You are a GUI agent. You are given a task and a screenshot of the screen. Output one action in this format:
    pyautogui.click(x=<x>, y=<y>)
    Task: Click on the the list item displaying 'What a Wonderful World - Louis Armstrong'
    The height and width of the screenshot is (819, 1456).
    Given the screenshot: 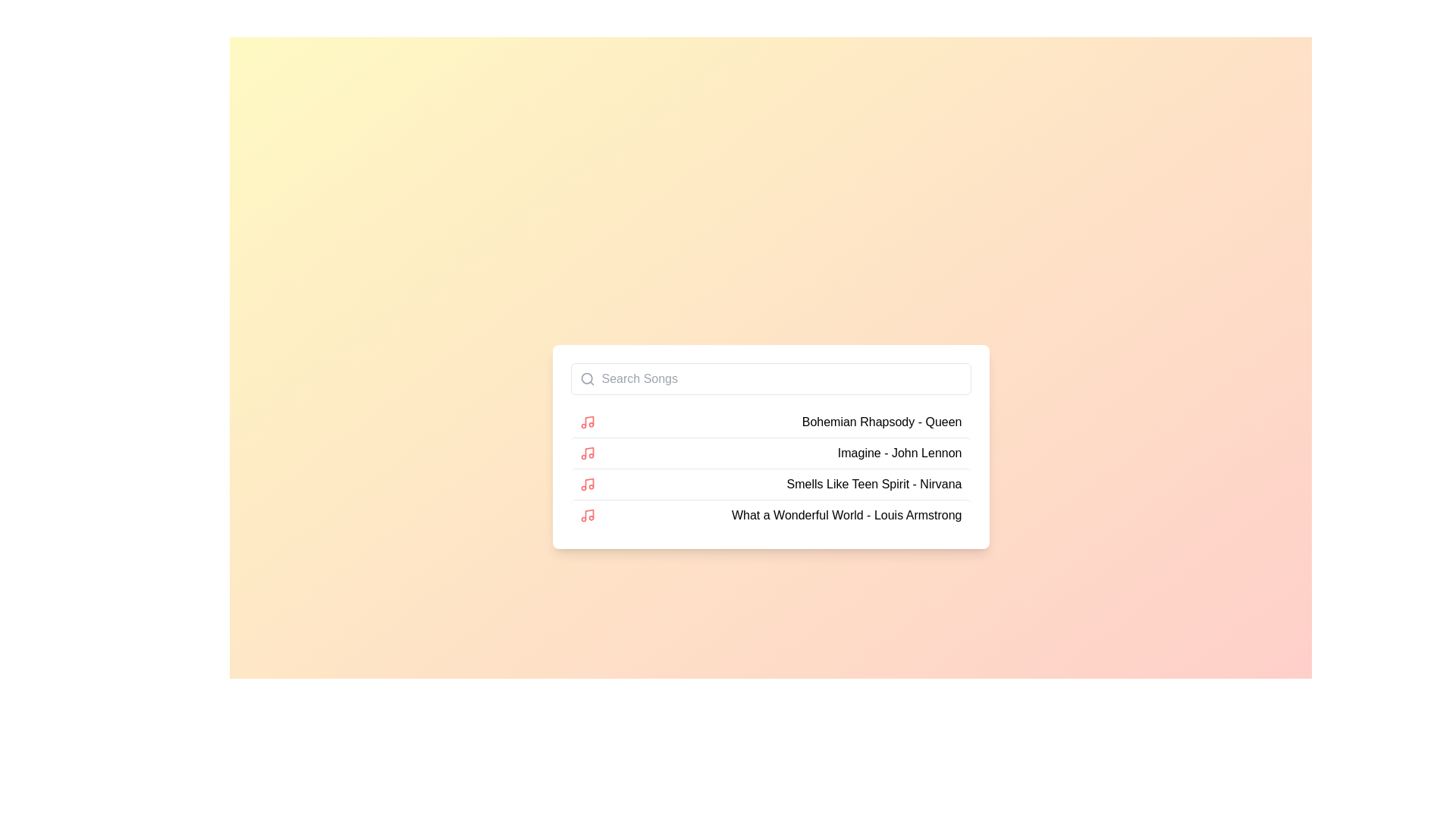 What is the action you would take?
    pyautogui.click(x=770, y=513)
    